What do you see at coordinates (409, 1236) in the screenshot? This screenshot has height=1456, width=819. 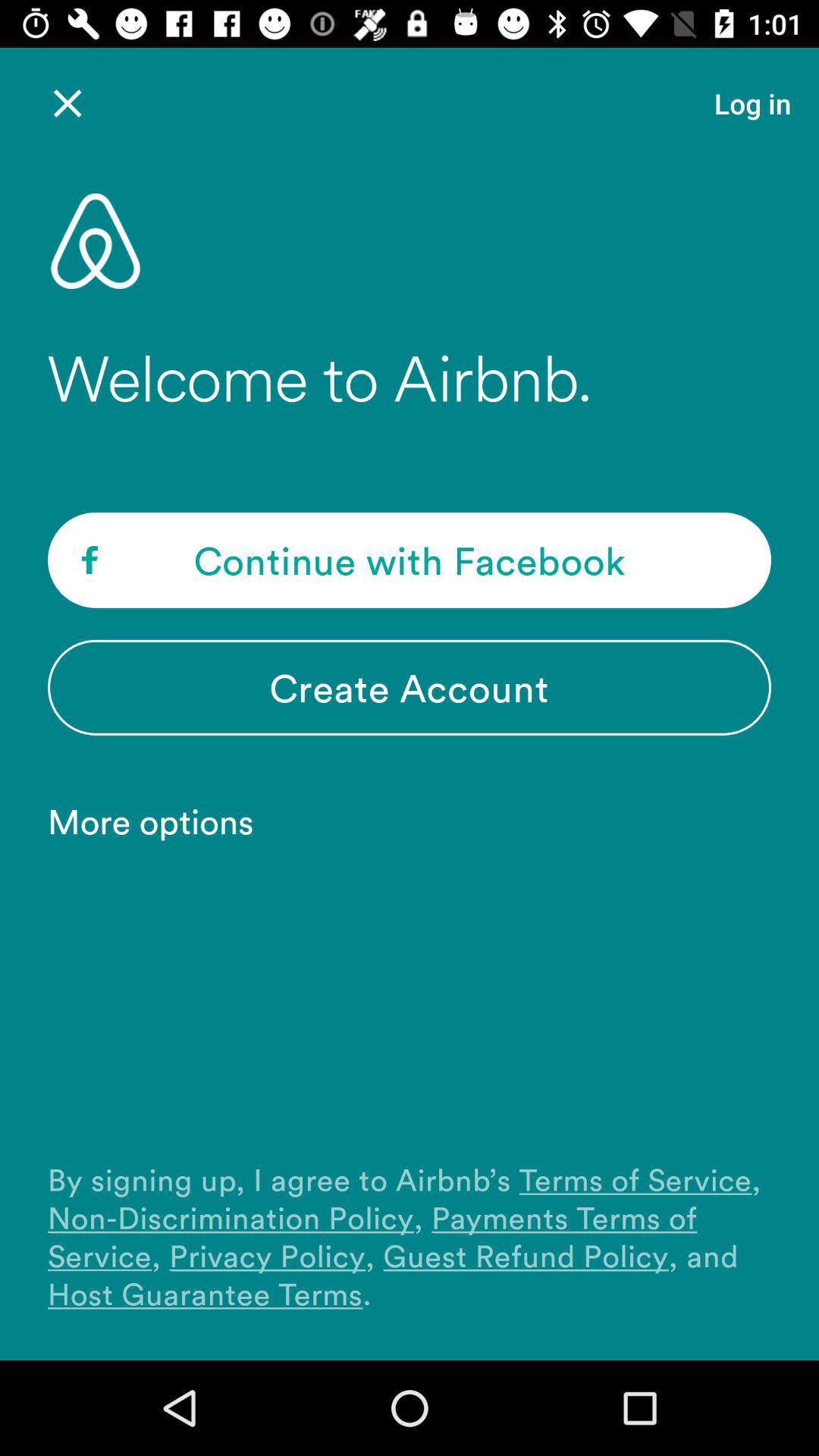 I see `by signing up icon` at bounding box center [409, 1236].